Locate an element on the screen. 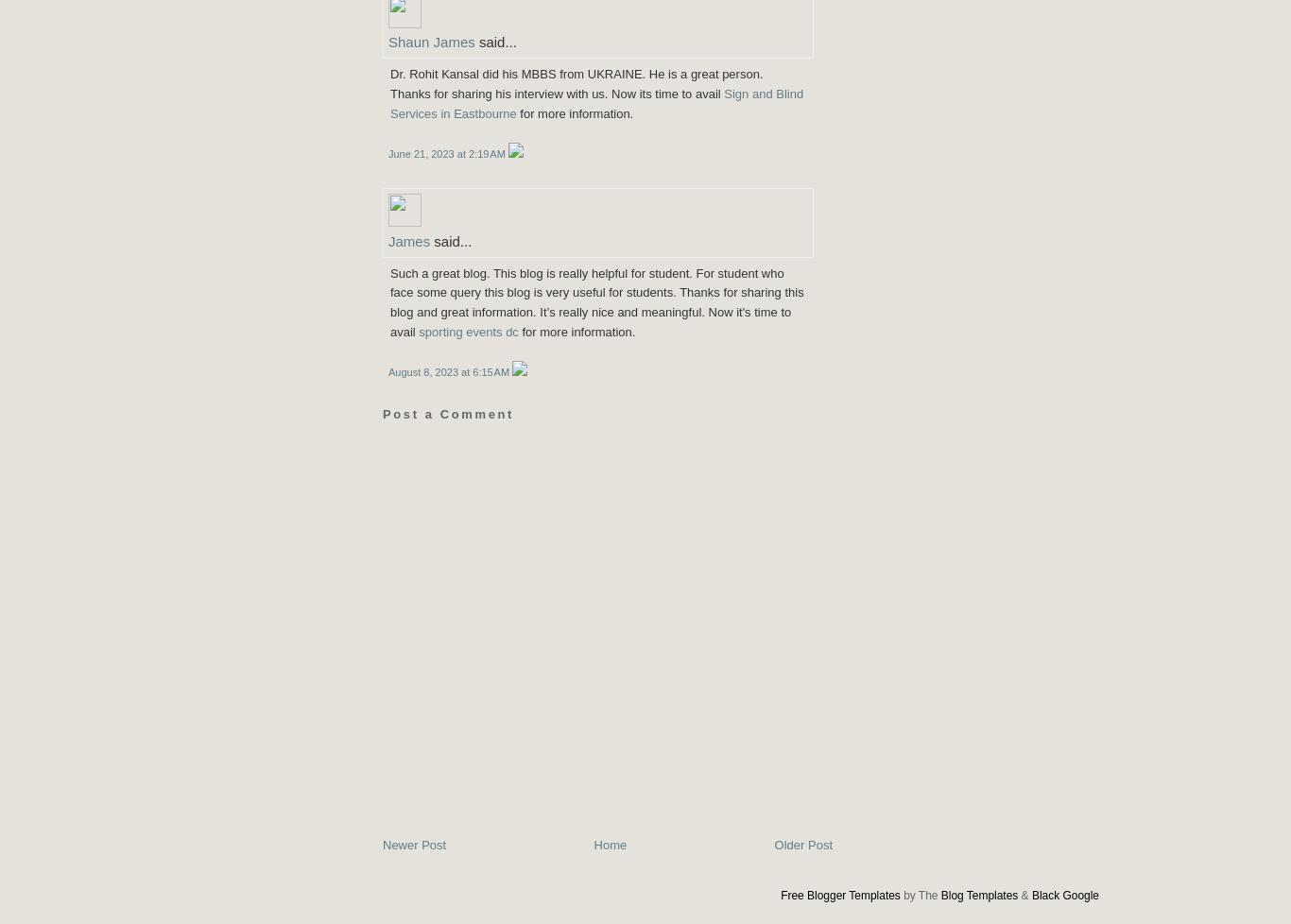 Image resolution: width=1291 pixels, height=924 pixels. 'Free Blogger Templates' is located at coordinates (838, 894).